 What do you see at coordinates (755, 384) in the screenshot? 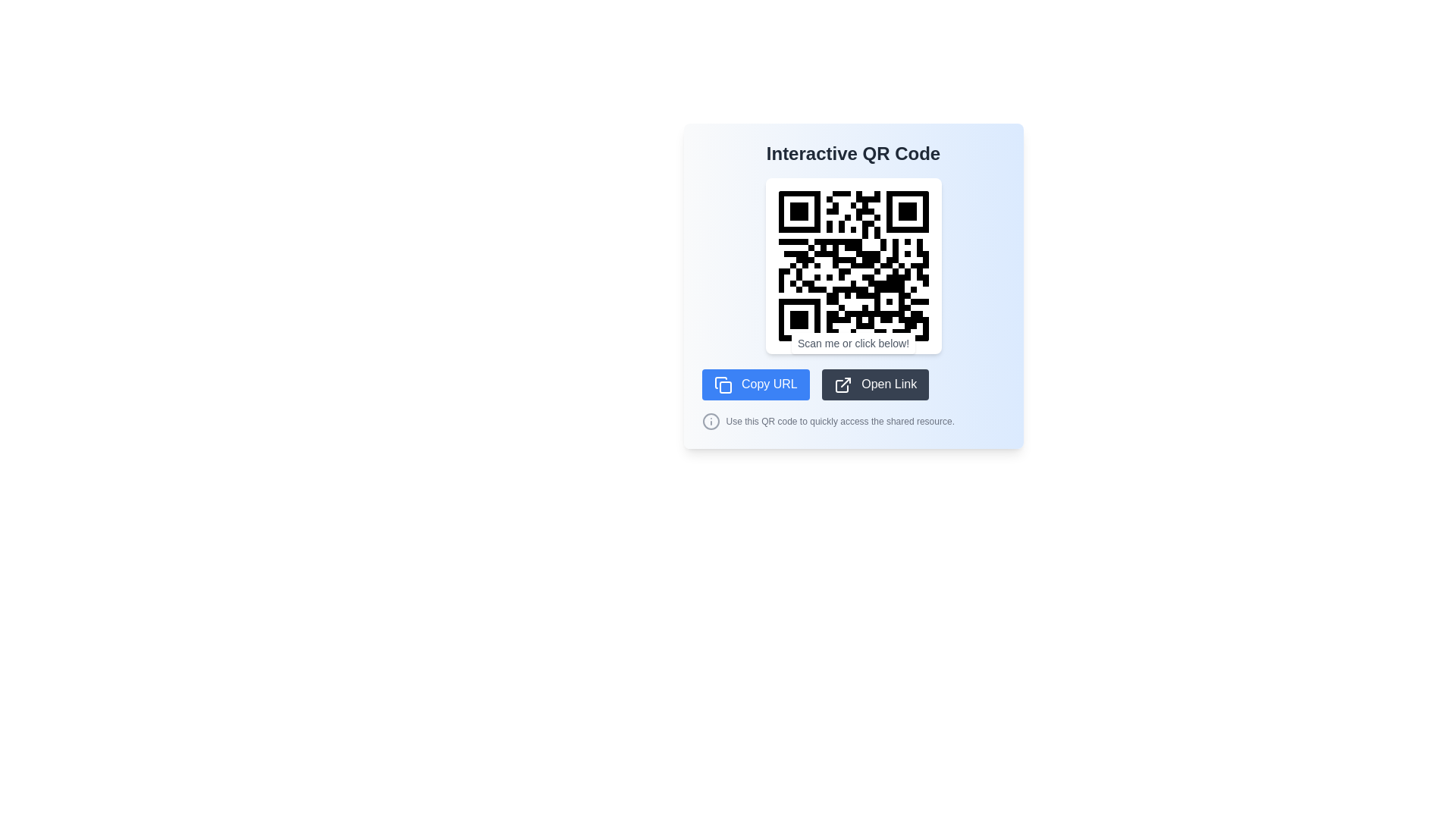
I see `the button located directly to the left of the 'Open Link' button to copy the URL to the clipboard` at bounding box center [755, 384].